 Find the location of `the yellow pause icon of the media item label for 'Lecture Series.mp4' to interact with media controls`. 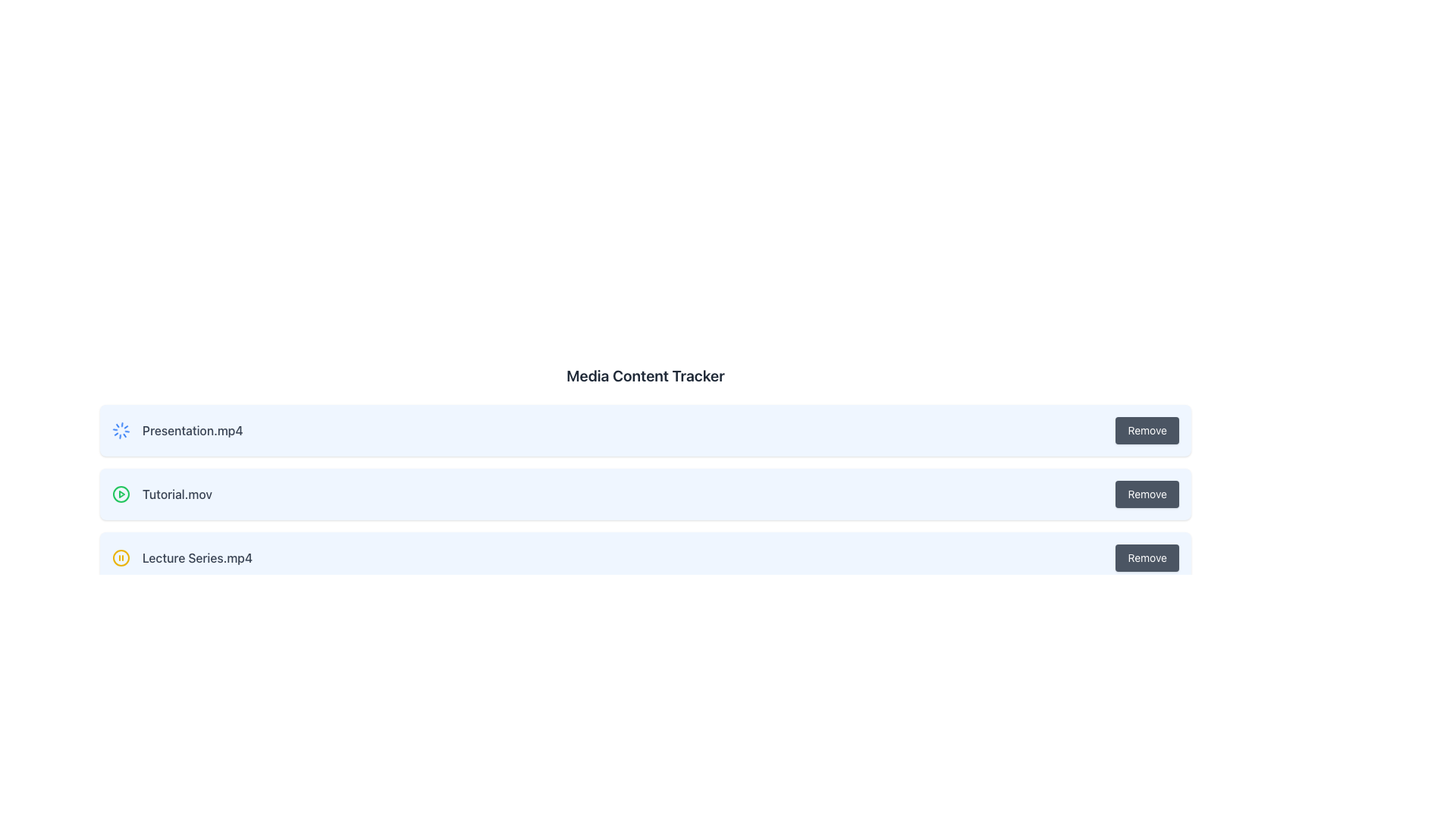

the yellow pause icon of the media item label for 'Lecture Series.mp4' to interact with media controls is located at coordinates (182, 558).